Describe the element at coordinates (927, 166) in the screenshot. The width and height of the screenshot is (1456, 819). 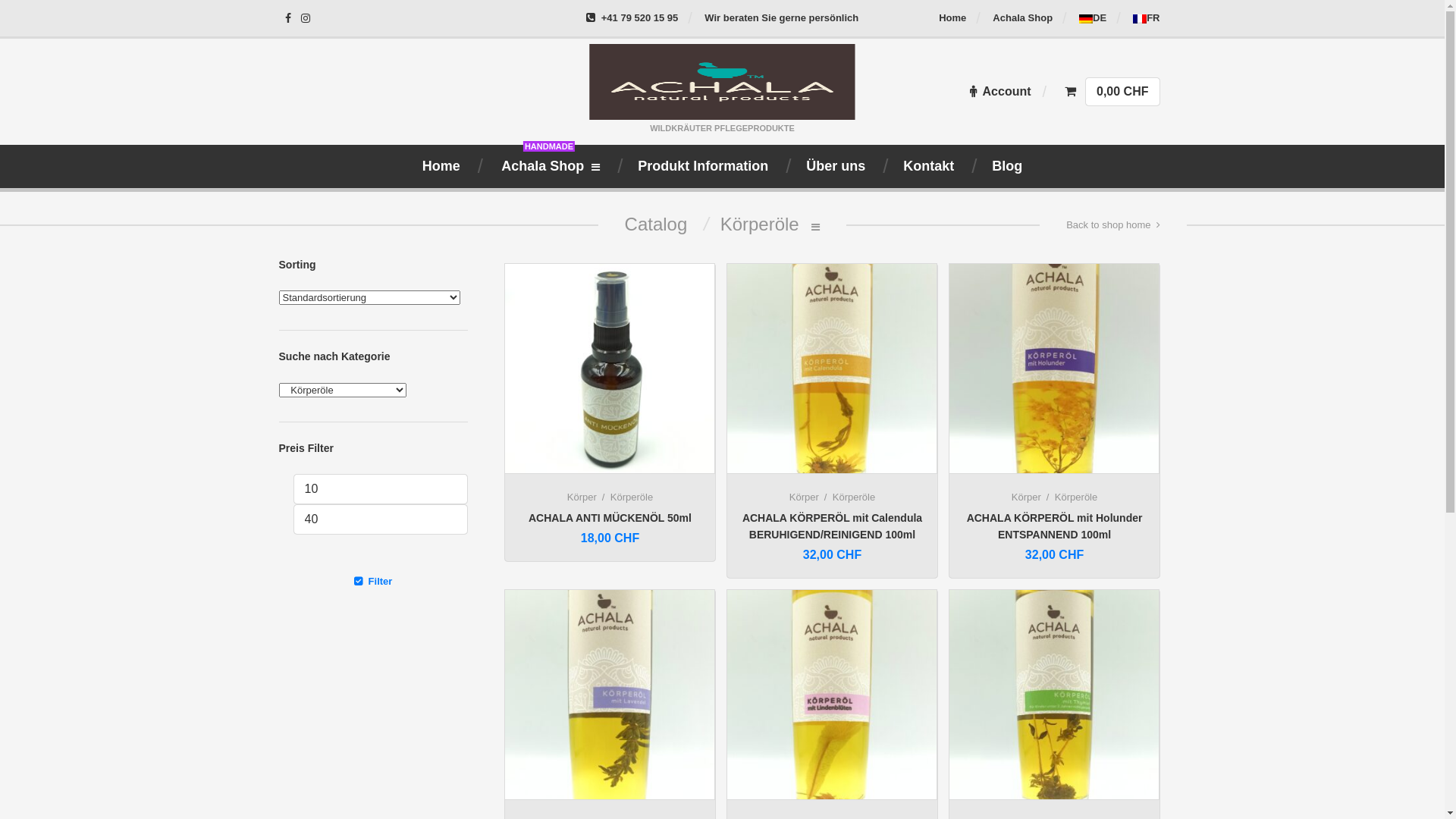
I see `'Kontakt'` at that location.